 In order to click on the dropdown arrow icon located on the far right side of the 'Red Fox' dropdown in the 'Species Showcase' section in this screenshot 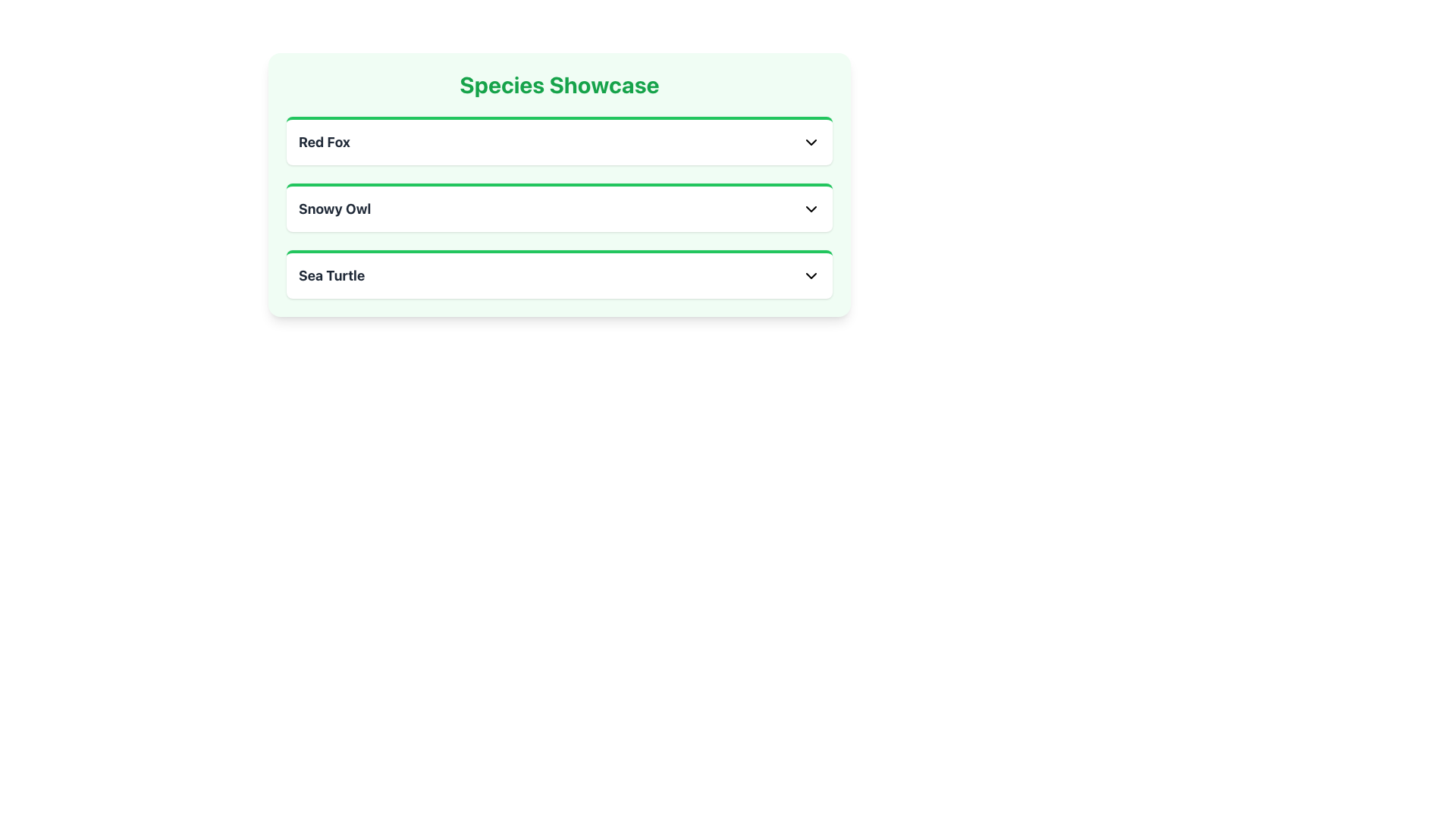, I will do `click(811, 143)`.